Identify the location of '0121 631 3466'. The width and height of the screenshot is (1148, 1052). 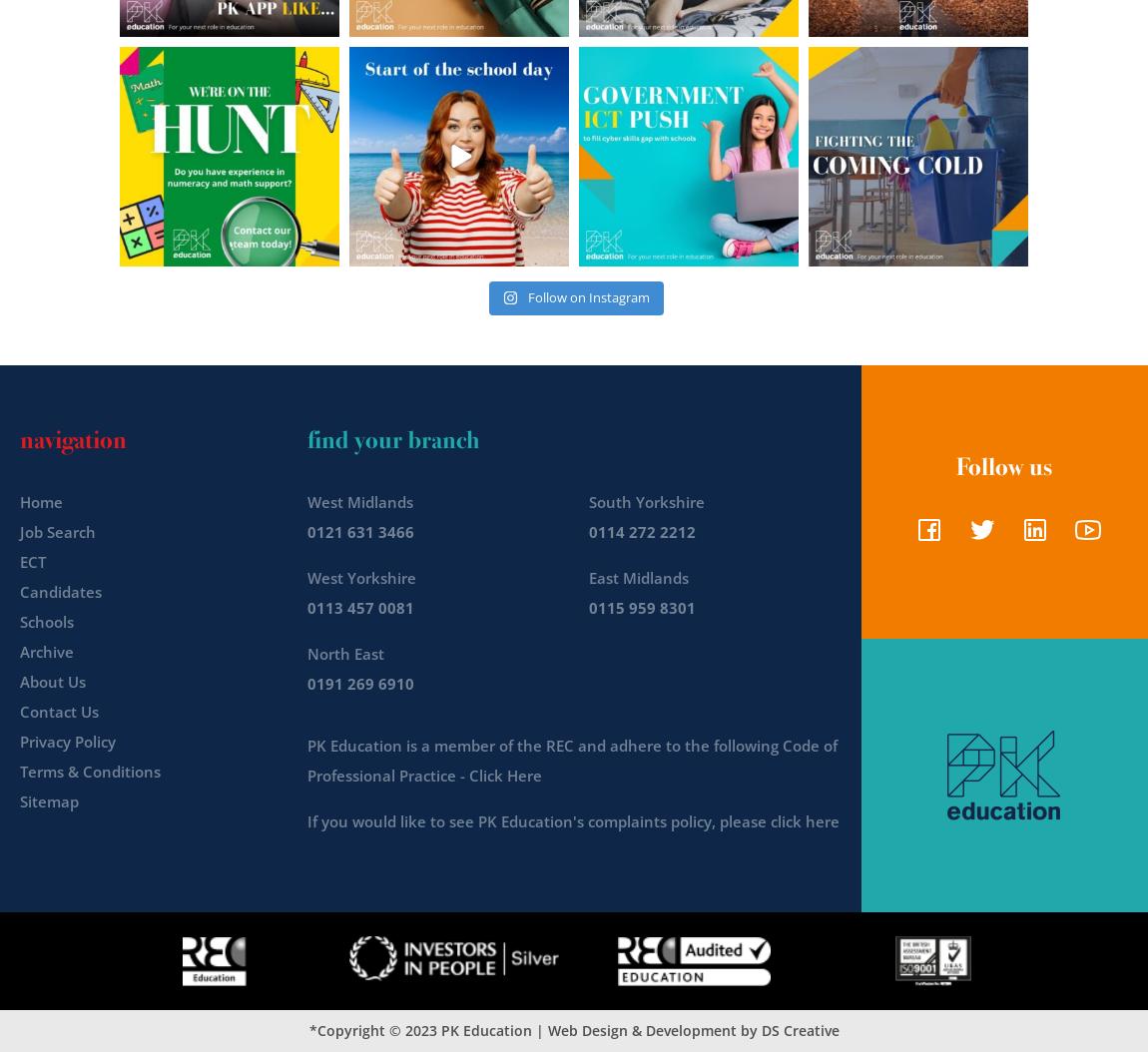
(306, 530).